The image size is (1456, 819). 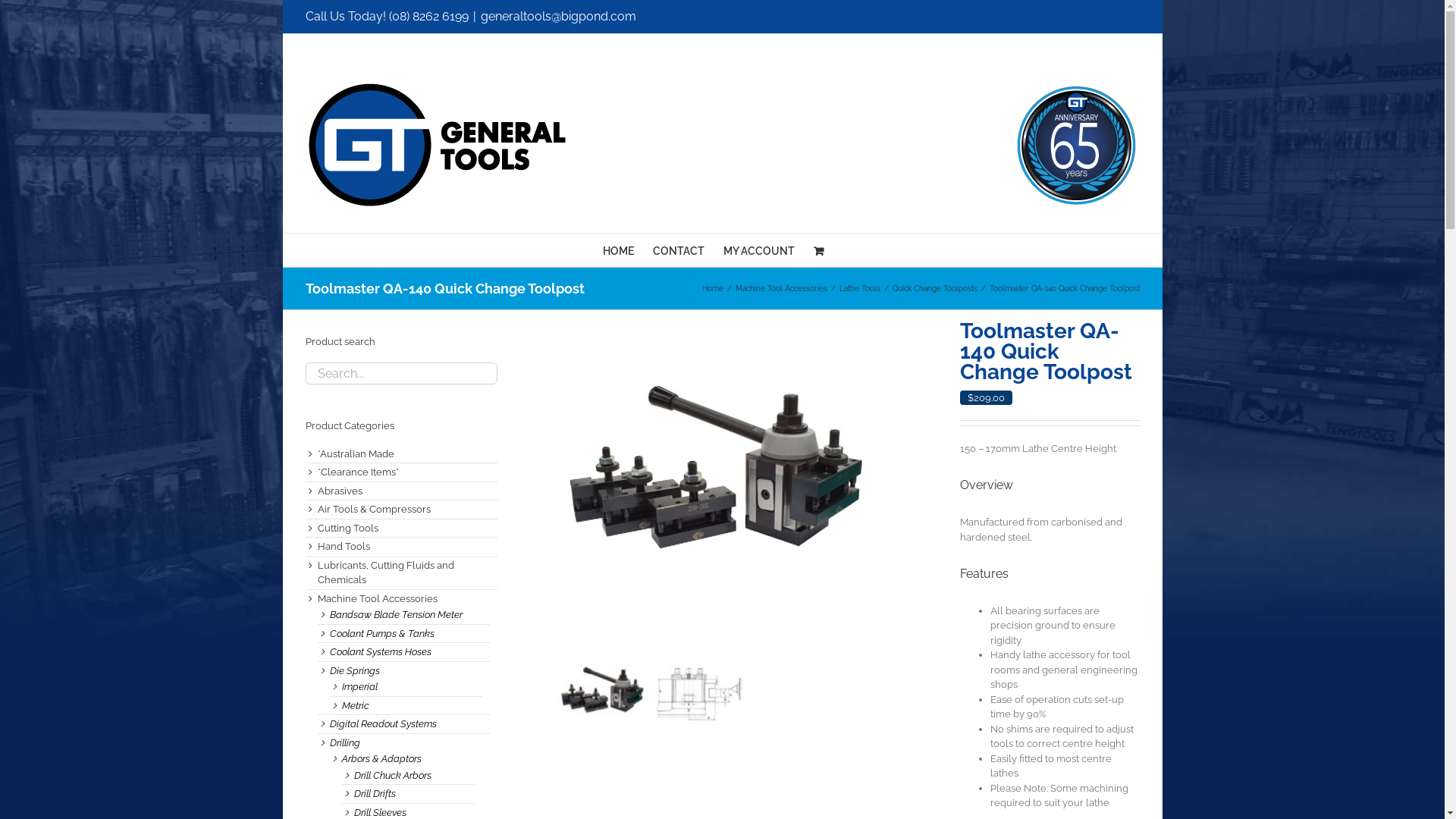 I want to click on 'HOME', so click(x=617, y=249).